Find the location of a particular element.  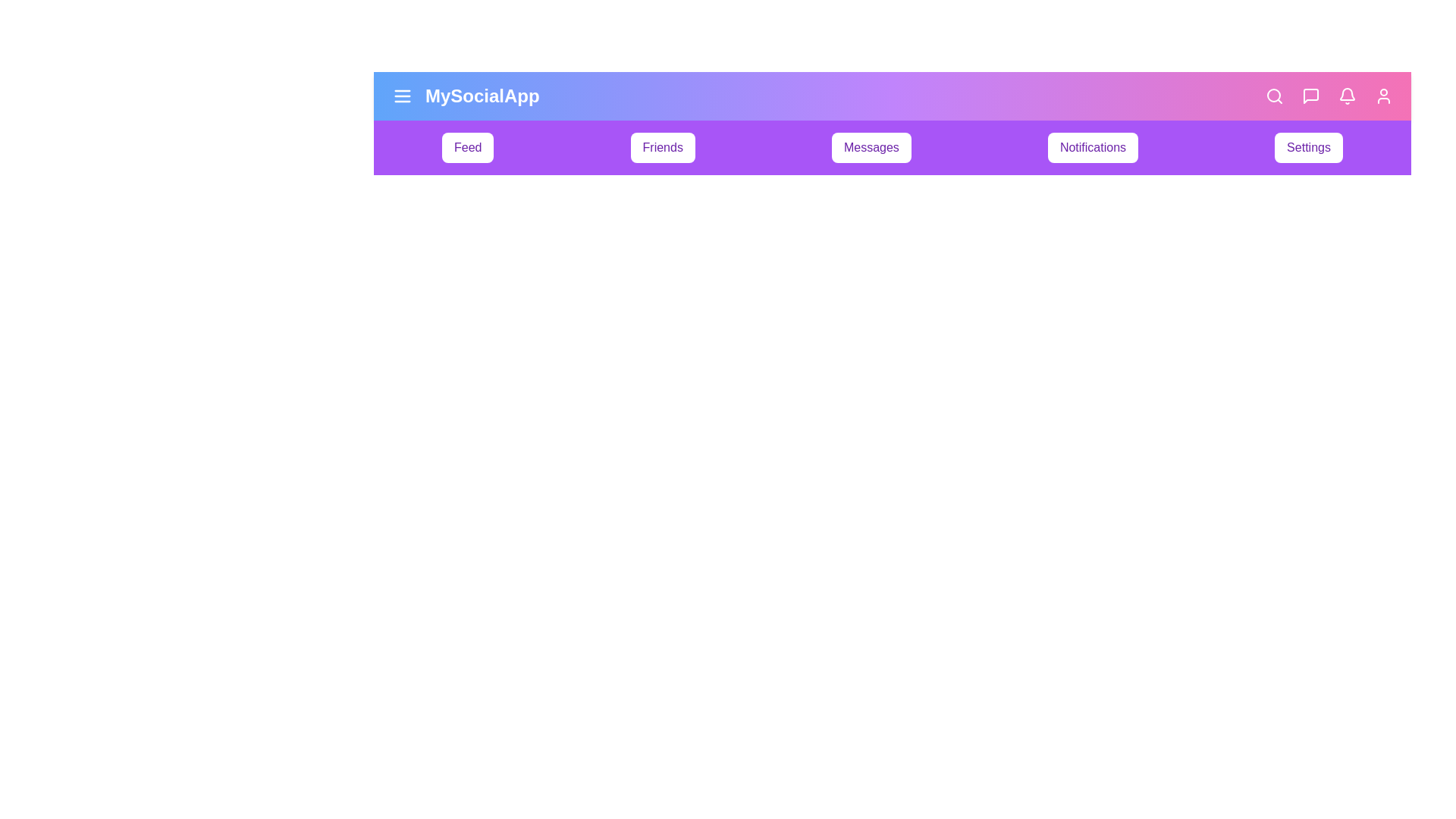

the user_profile navigation icon is located at coordinates (1383, 96).